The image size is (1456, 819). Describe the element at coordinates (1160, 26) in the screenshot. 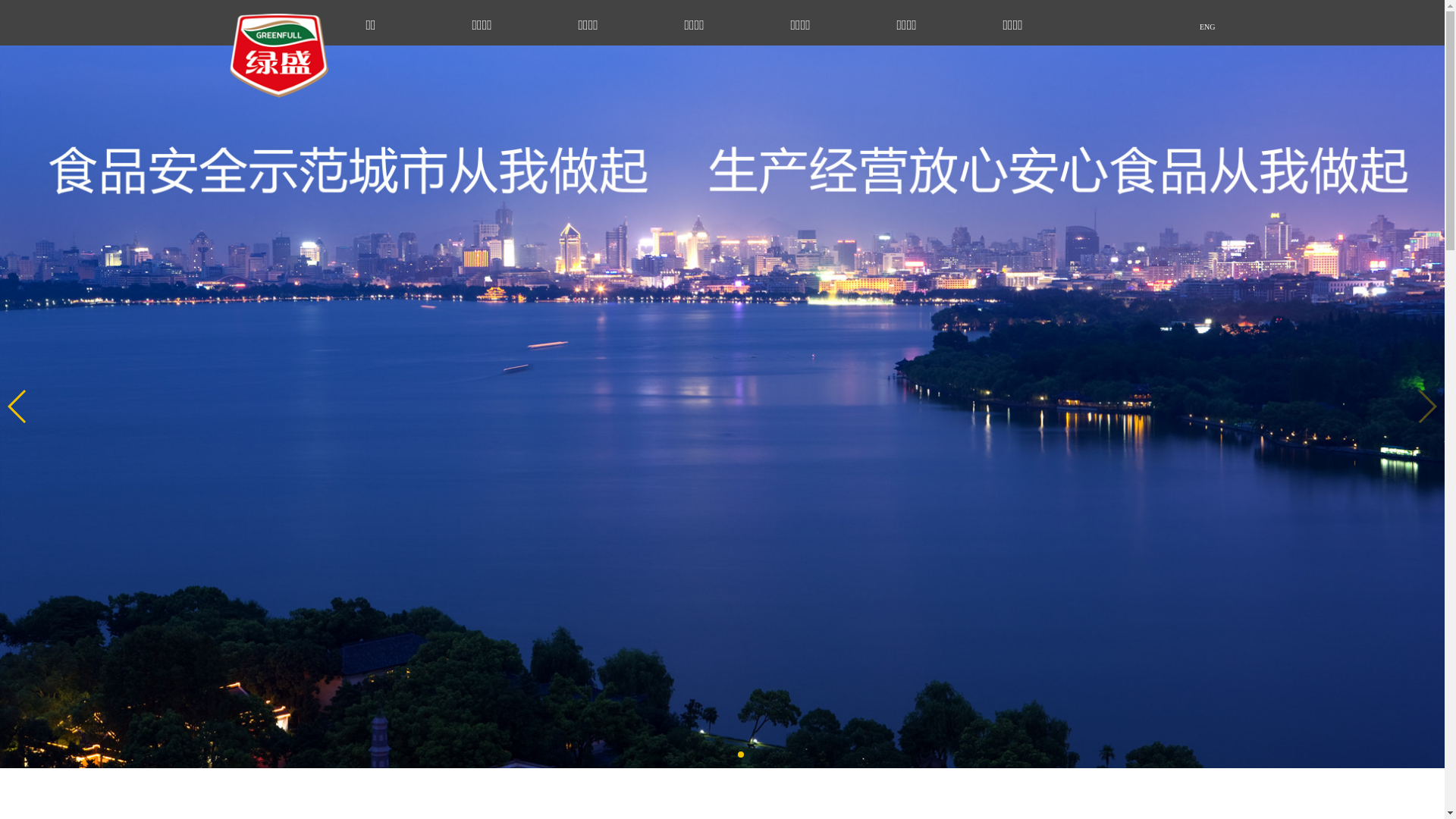

I see `'ENG'` at that location.